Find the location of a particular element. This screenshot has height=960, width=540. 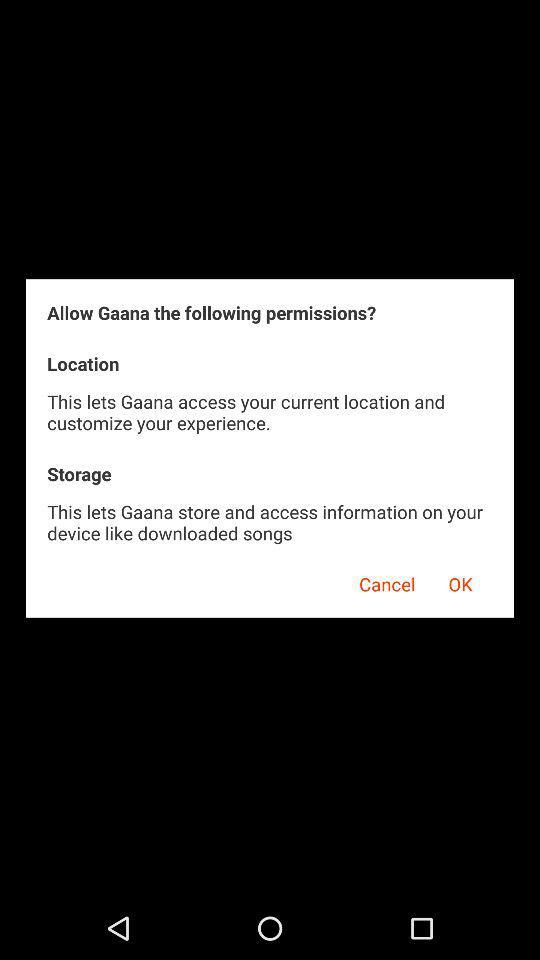

the ok item is located at coordinates (460, 581).